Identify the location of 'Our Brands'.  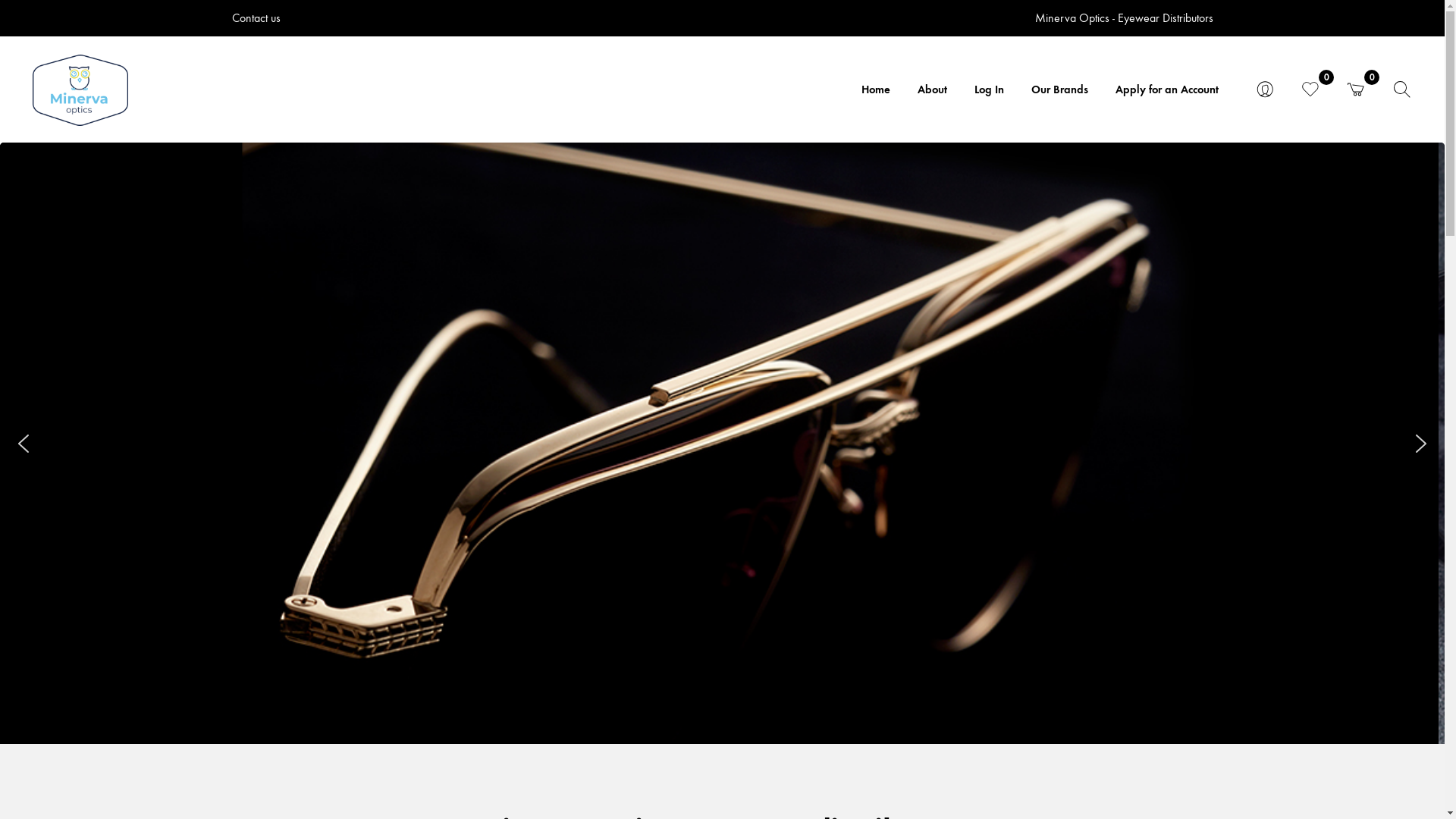
(1059, 90).